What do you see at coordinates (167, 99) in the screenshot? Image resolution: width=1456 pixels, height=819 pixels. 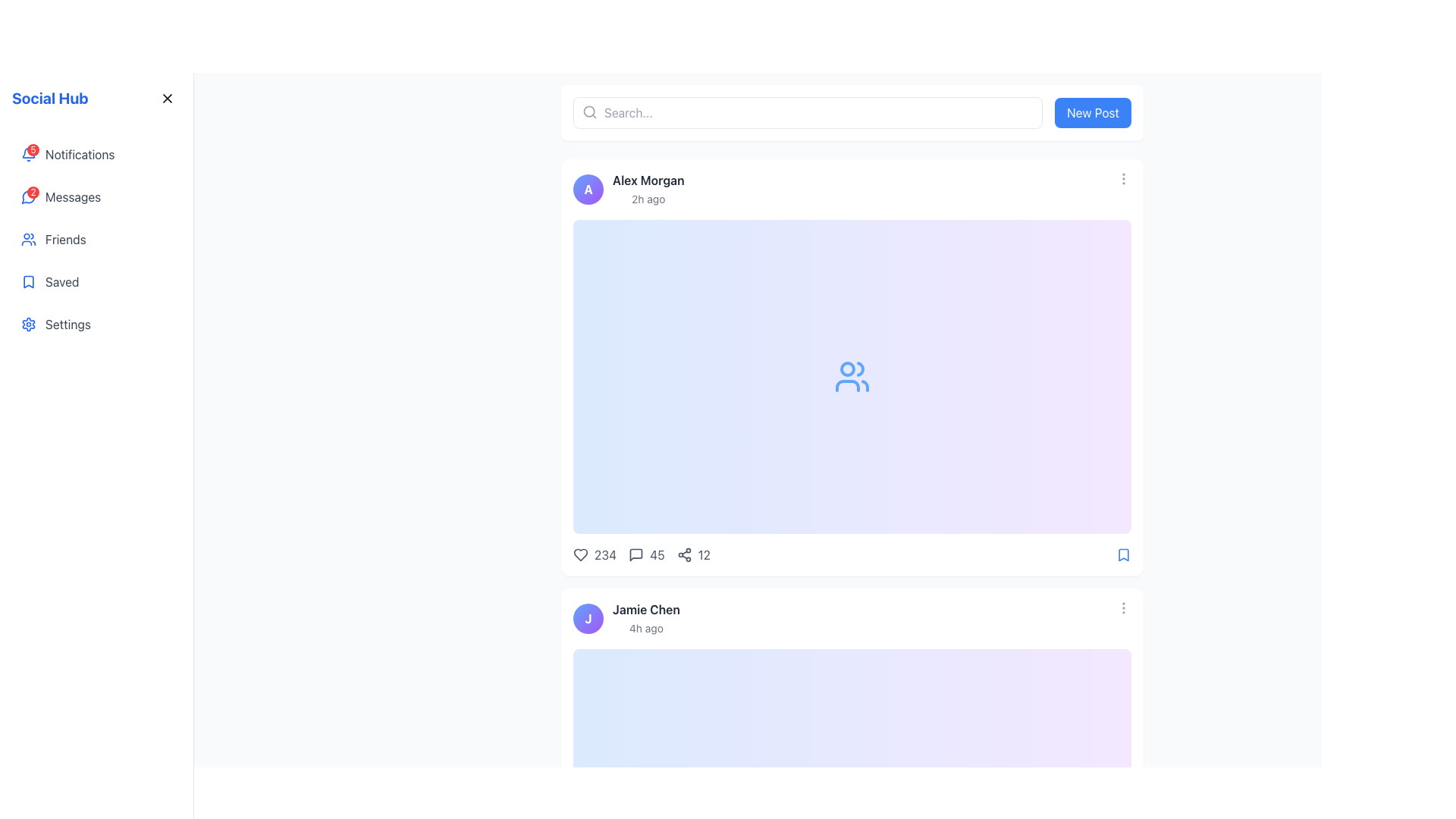 I see `the 'X' icon located near the 'Social Hub' title in the sidebar` at bounding box center [167, 99].